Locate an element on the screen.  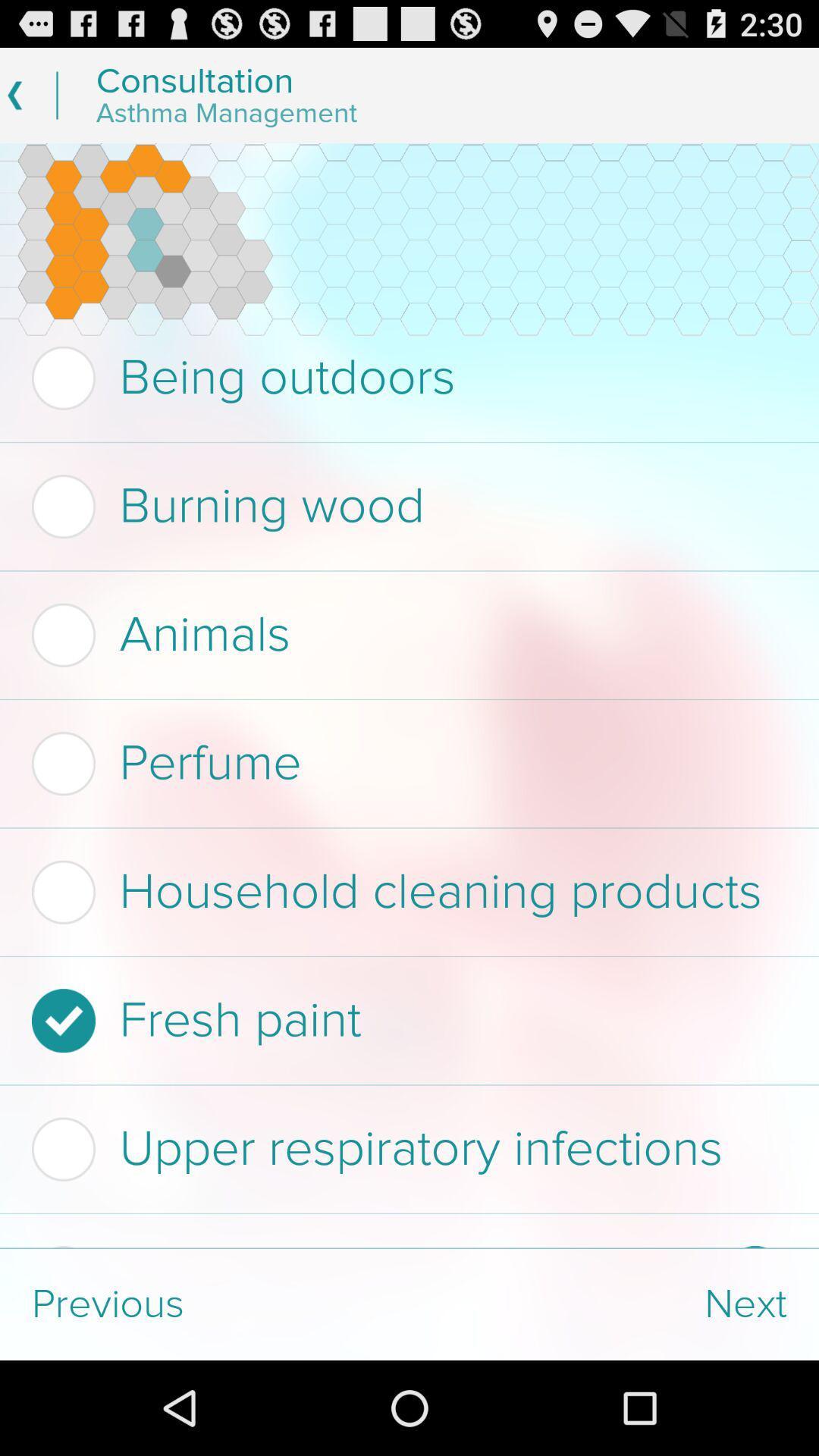
item at the bottom left corner is located at coordinates (205, 1304).